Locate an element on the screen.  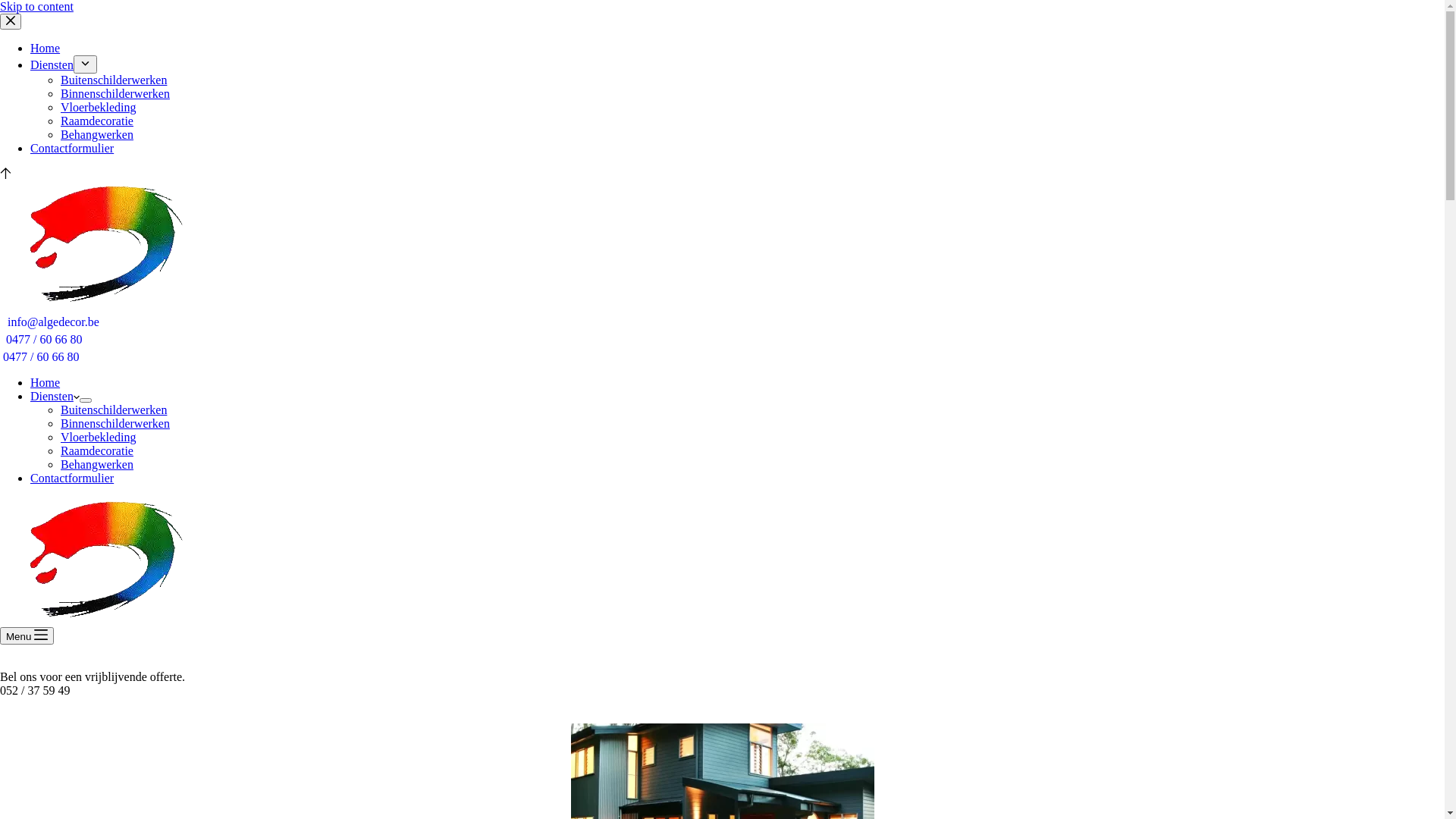
'Menu' is located at coordinates (0, 635).